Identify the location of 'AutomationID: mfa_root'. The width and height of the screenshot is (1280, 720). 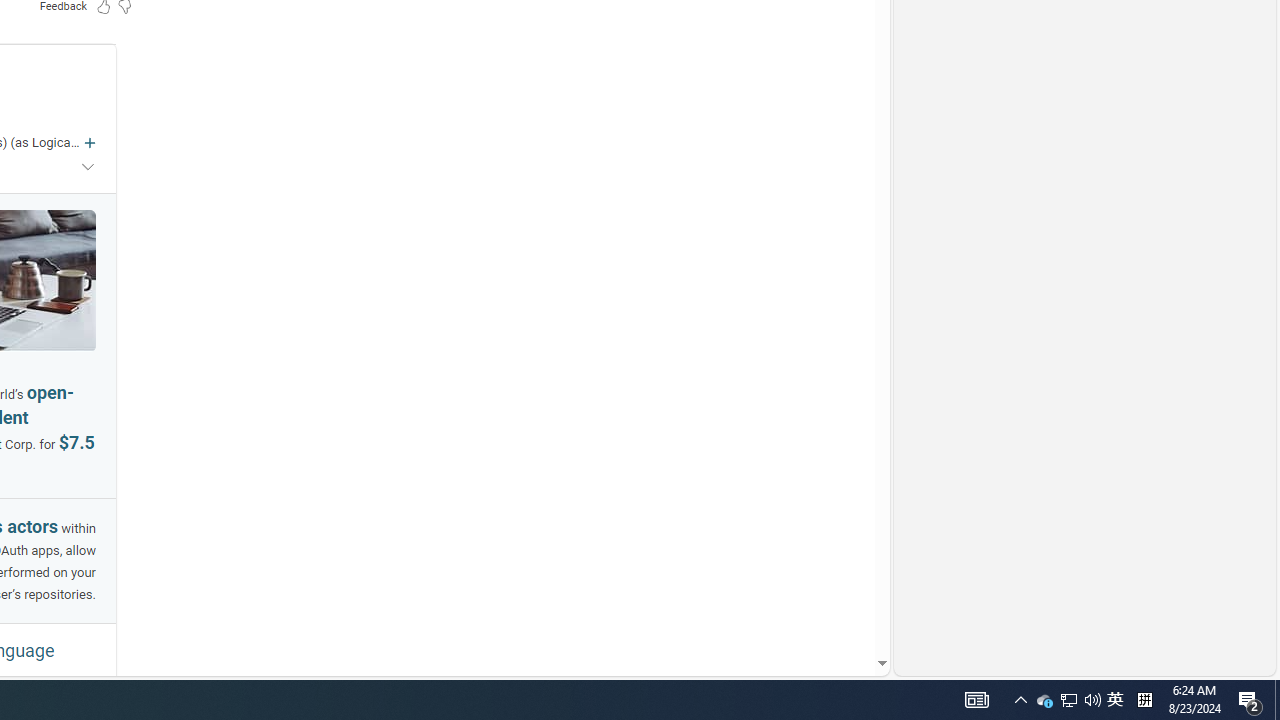
(807, 602).